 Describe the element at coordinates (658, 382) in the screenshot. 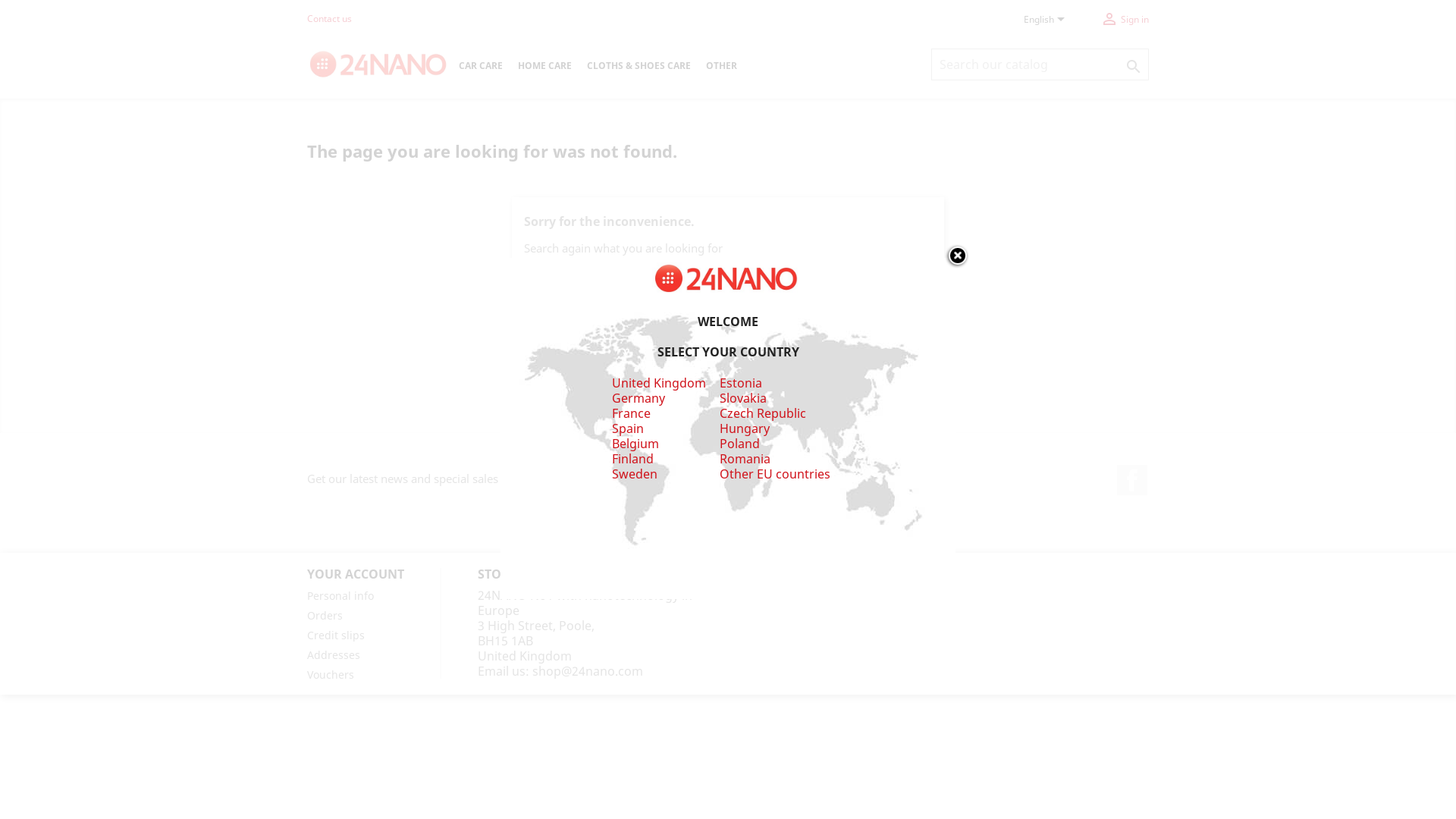

I see `'United Kingdom'` at that location.